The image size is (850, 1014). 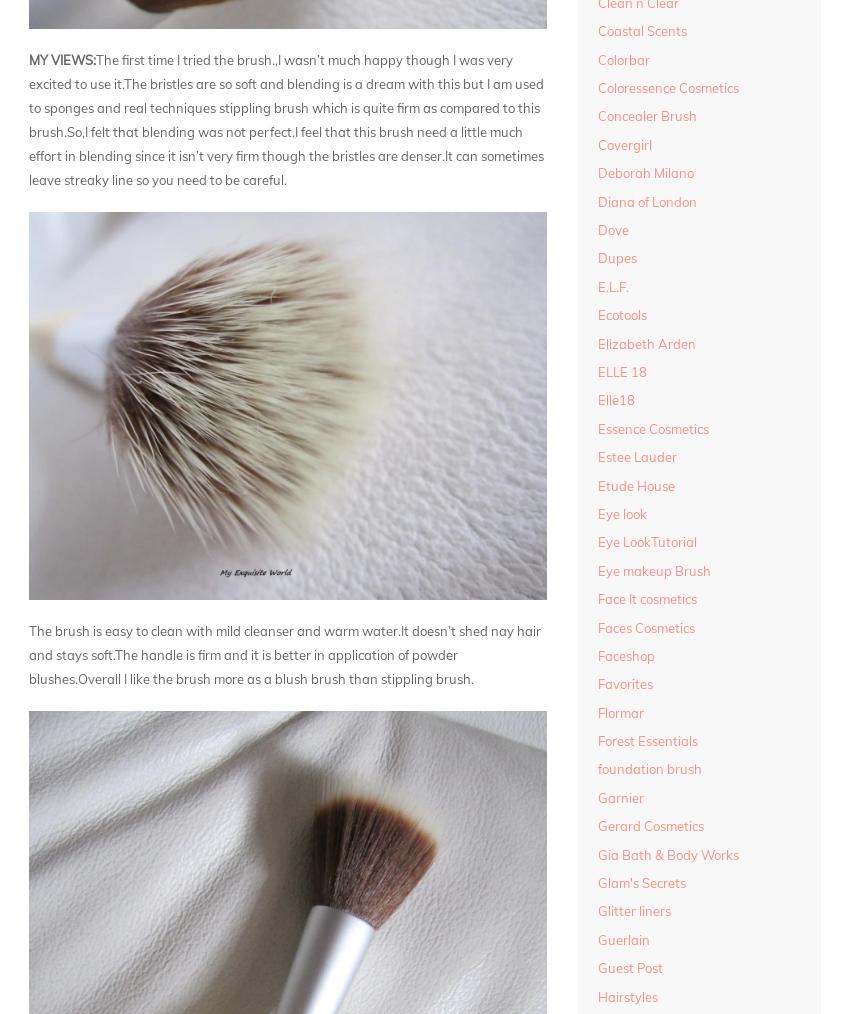 I want to click on 'Concealer Brush', so click(x=647, y=116).